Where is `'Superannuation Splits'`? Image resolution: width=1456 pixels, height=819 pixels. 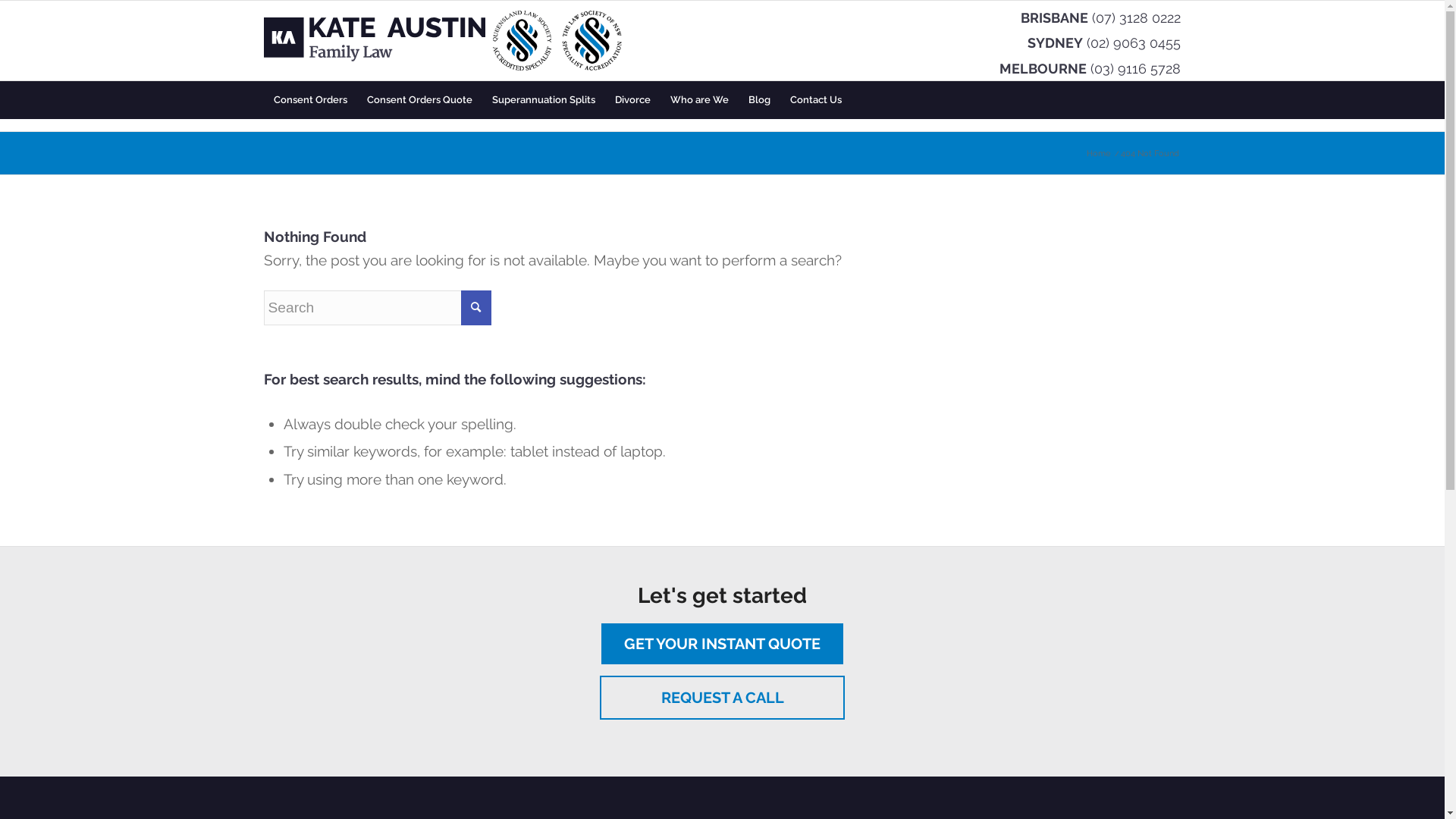 'Superannuation Splits' is located at coordinates (481, 99).